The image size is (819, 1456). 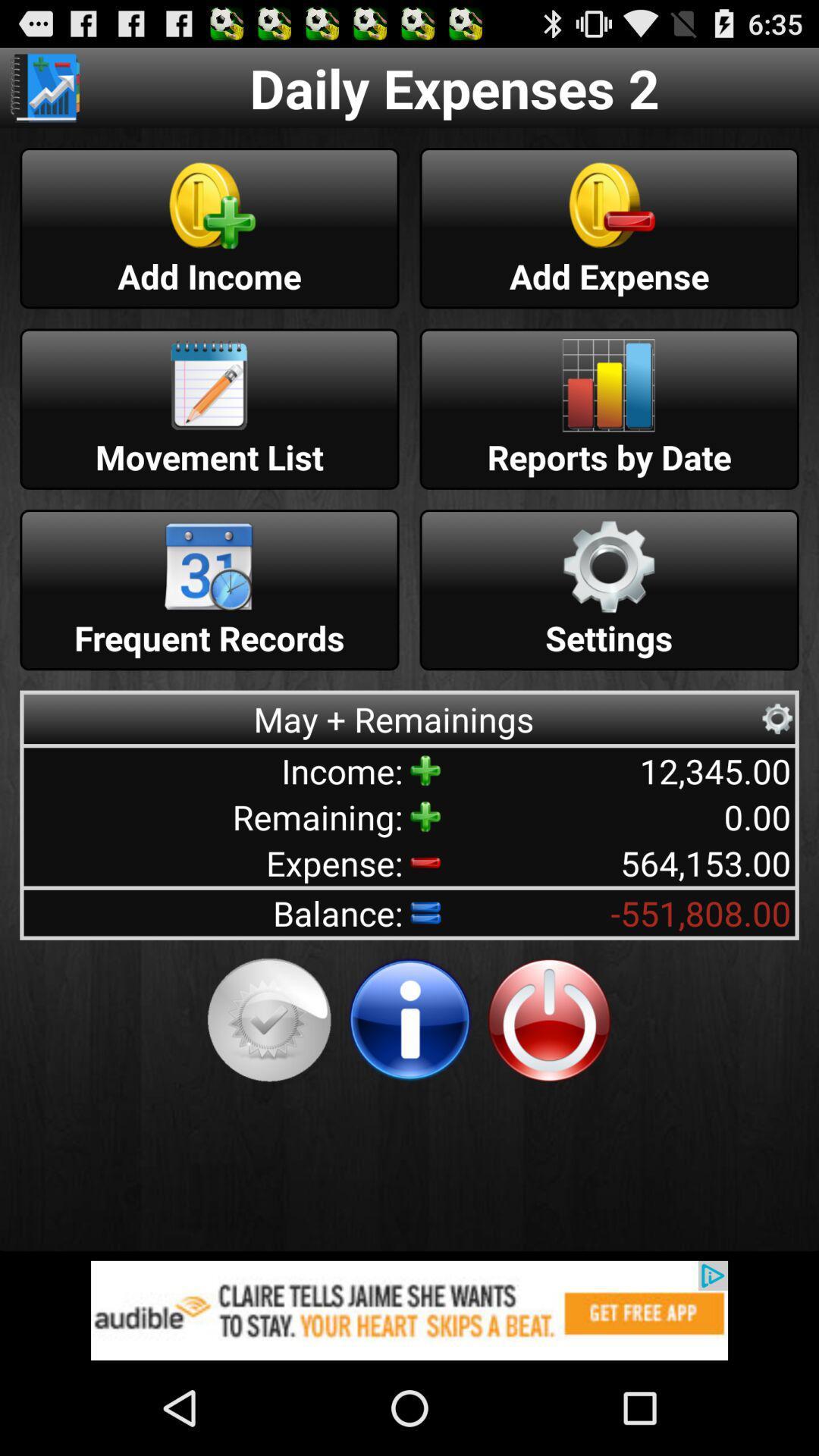 What do you see at coordinates (44, 86) in the screenshot?
I see `move to different page` at bounding box center [44, 86].